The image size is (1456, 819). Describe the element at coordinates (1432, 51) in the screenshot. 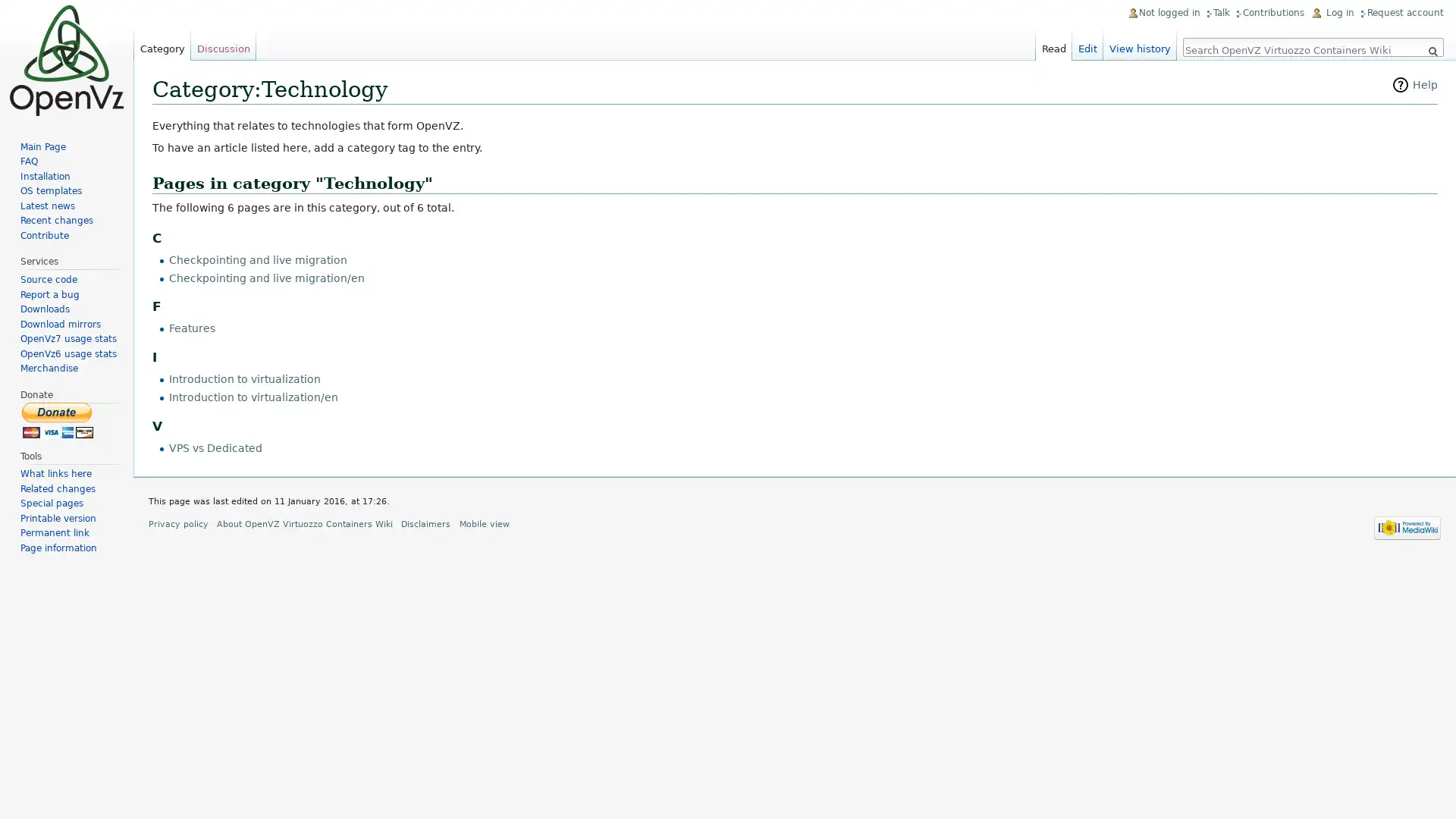

I see `Go` at that location.